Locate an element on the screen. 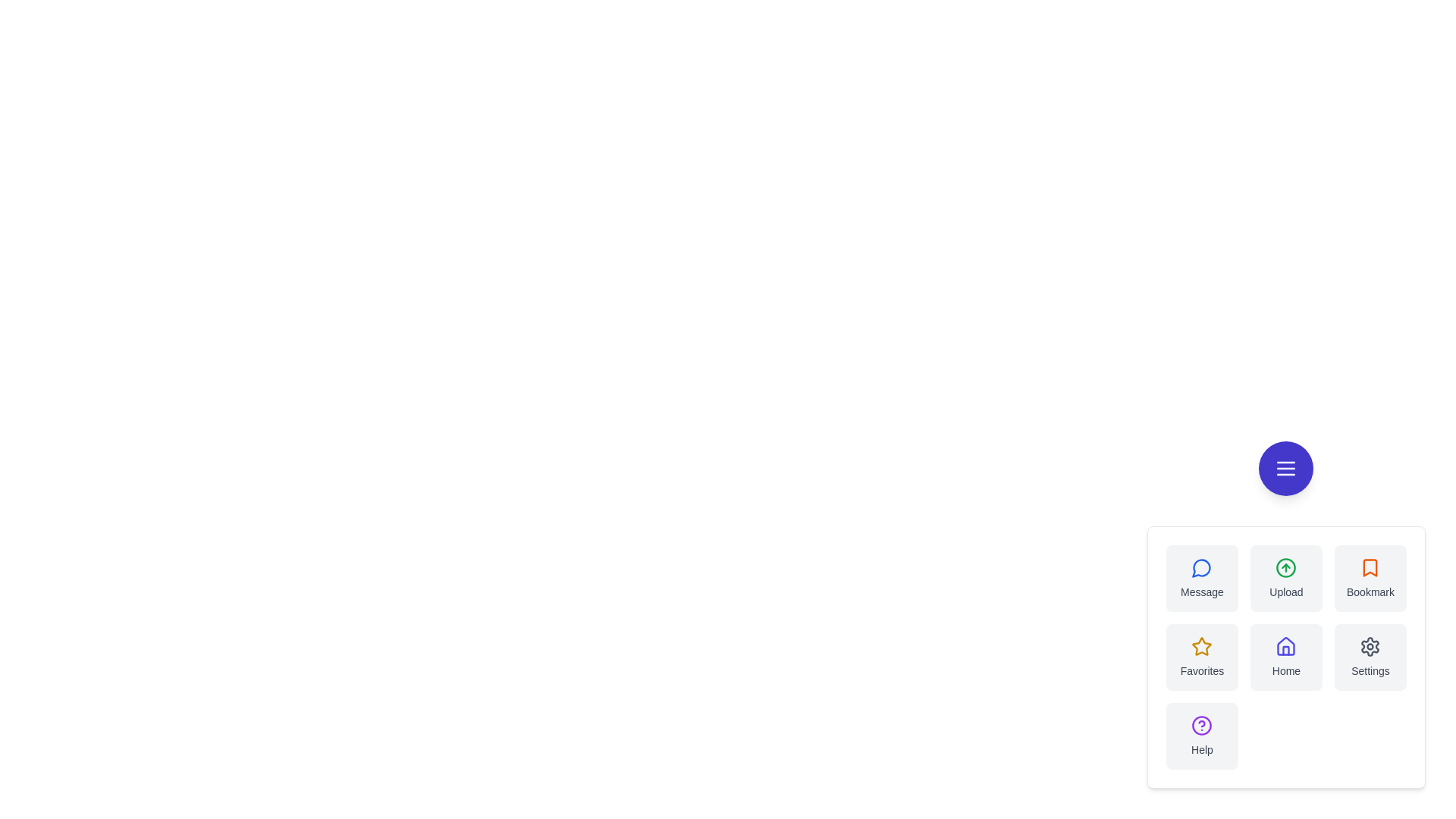  the Favorites button in the speed dial menu is located at coordinates (1201, 657).